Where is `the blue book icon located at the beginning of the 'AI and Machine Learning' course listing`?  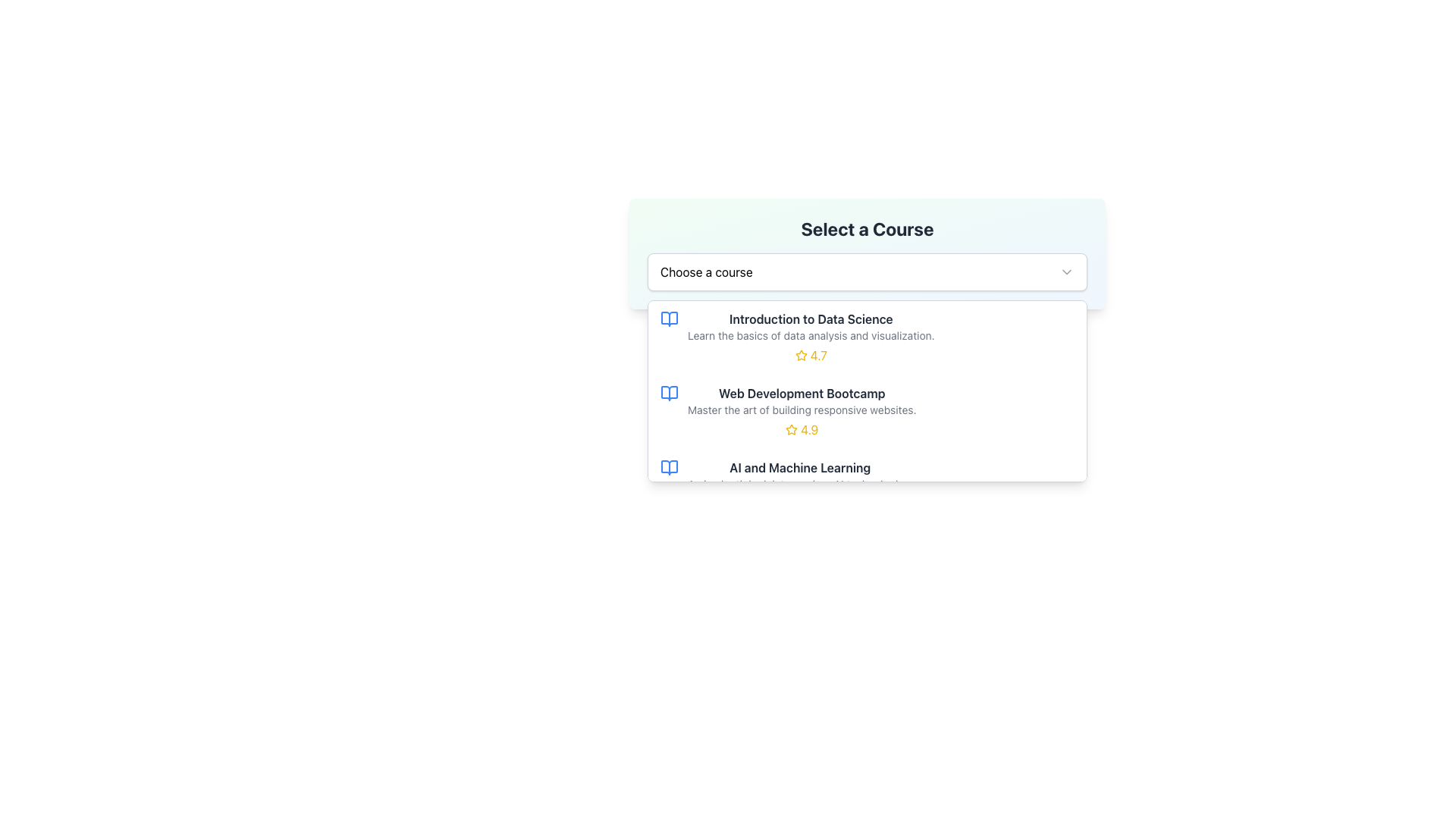
the blue book icon located at the beginning of the 'AI and Machine Learning' course listing is located at coordinates (669, 467).